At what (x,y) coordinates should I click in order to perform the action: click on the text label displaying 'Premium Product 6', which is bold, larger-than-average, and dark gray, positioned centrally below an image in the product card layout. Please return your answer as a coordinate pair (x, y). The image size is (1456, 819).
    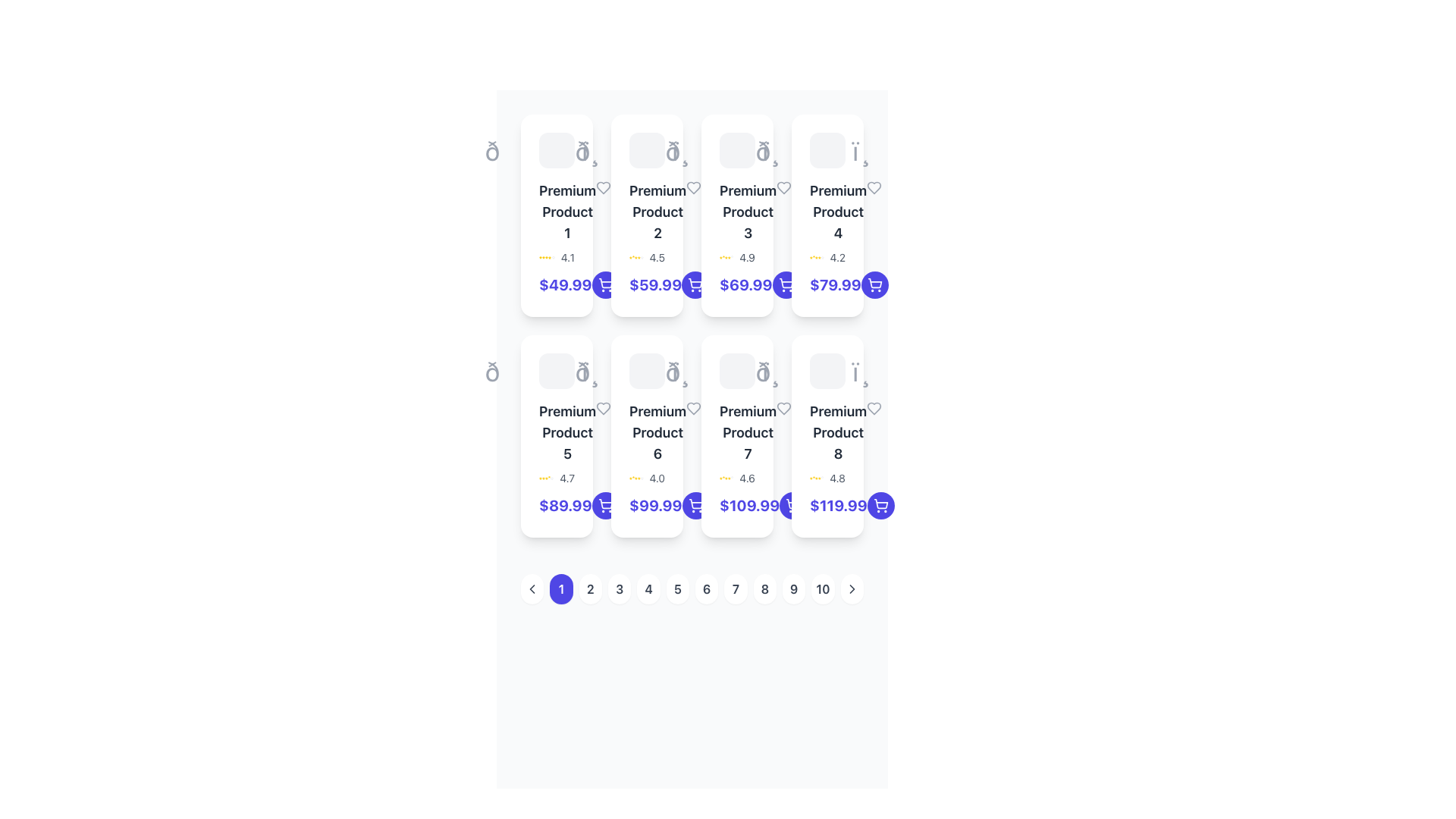
    Looking at the image, I should click on (657, 432).